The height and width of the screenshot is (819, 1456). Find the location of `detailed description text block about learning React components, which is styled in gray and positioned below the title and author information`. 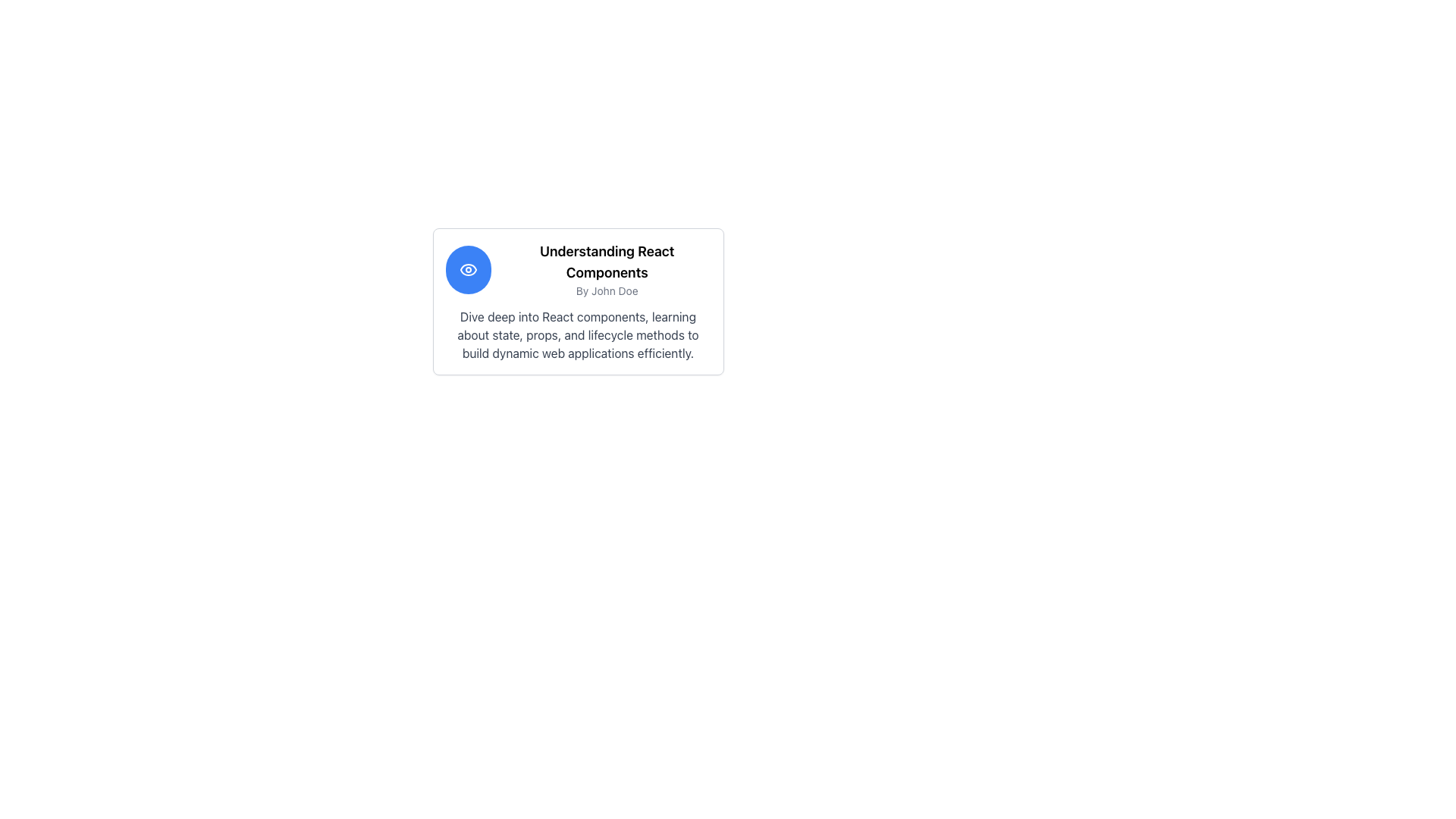

detailed description text block about learning React components, which is styled in gray and positioned below the title and author information is located at coordinates (577, 334).